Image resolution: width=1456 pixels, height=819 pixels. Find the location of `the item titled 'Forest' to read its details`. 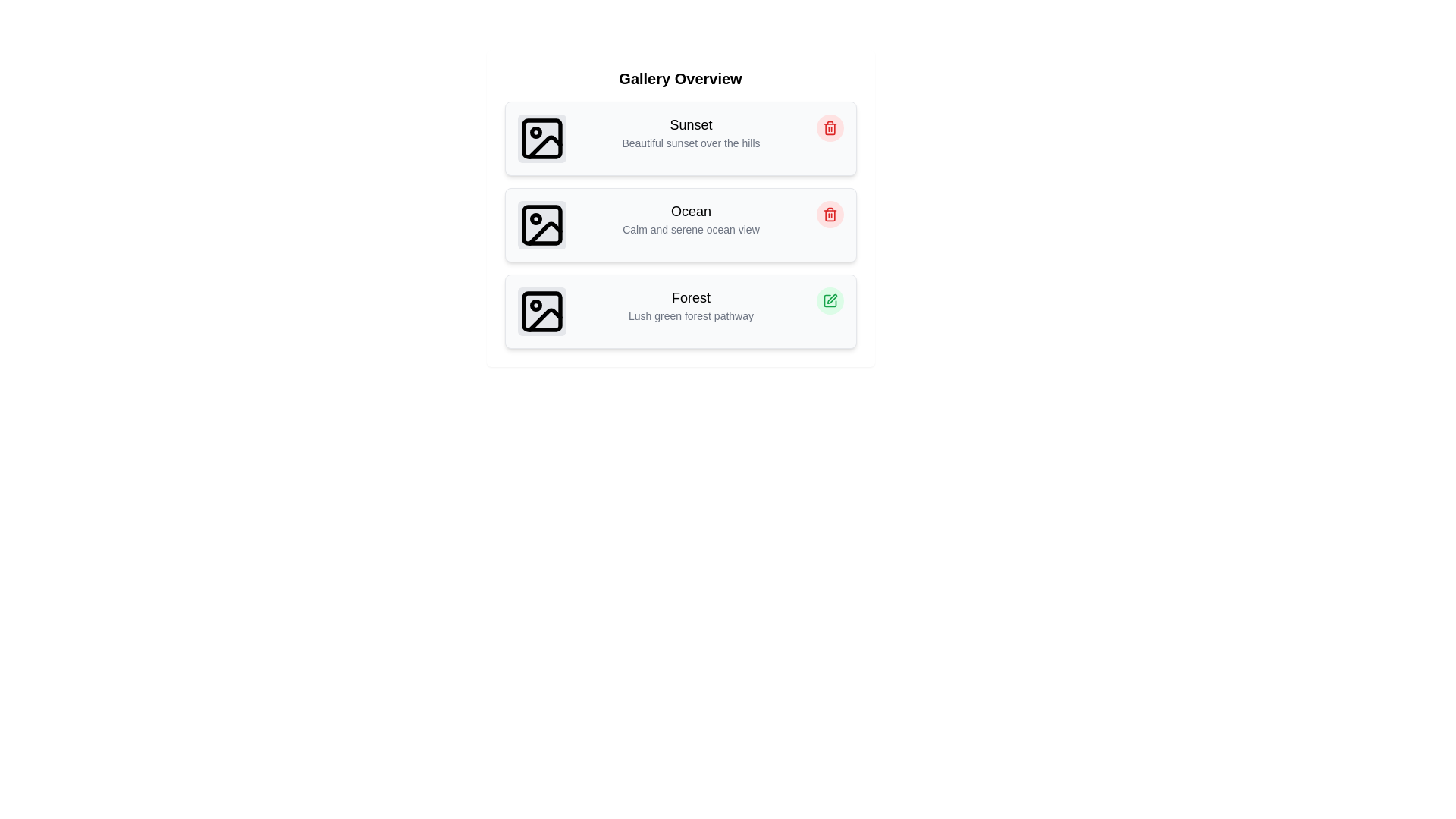

the item titled 'Forest' to read its details is located at coordinates (679, 311).